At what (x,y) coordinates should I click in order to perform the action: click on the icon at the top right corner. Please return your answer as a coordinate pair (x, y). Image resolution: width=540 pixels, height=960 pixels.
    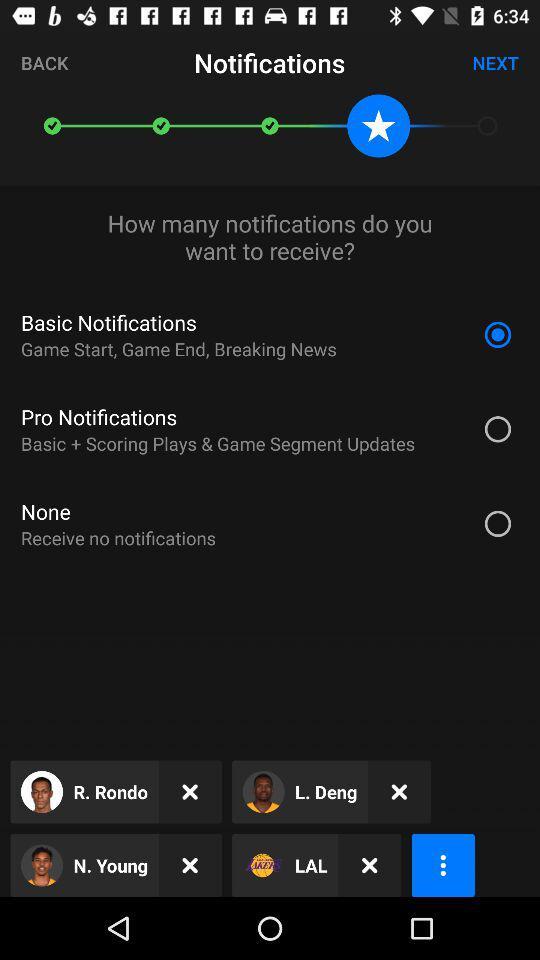
    Looking at the image, I should click on (494, 62).